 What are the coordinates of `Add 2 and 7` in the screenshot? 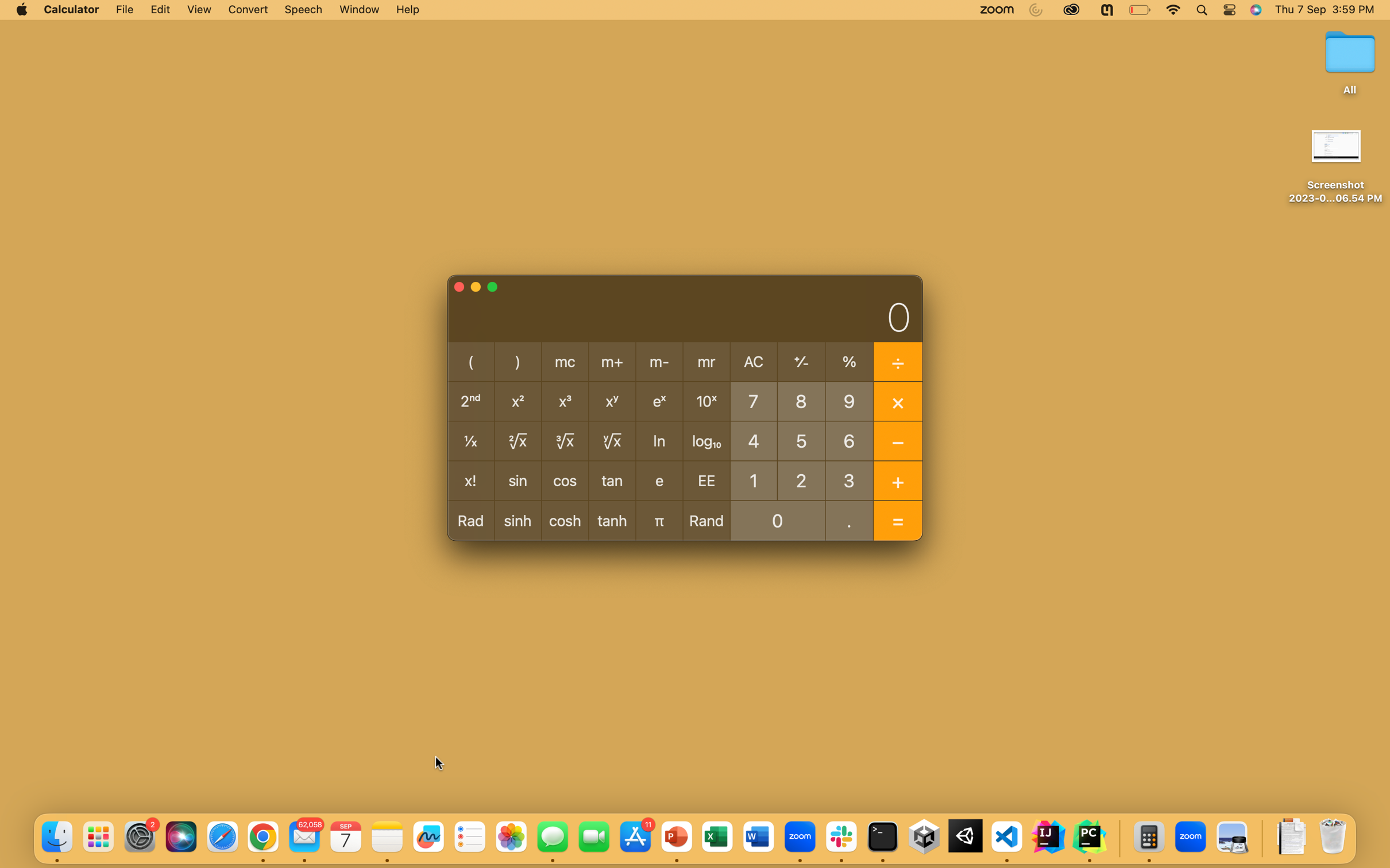 It's located at (801, 479).